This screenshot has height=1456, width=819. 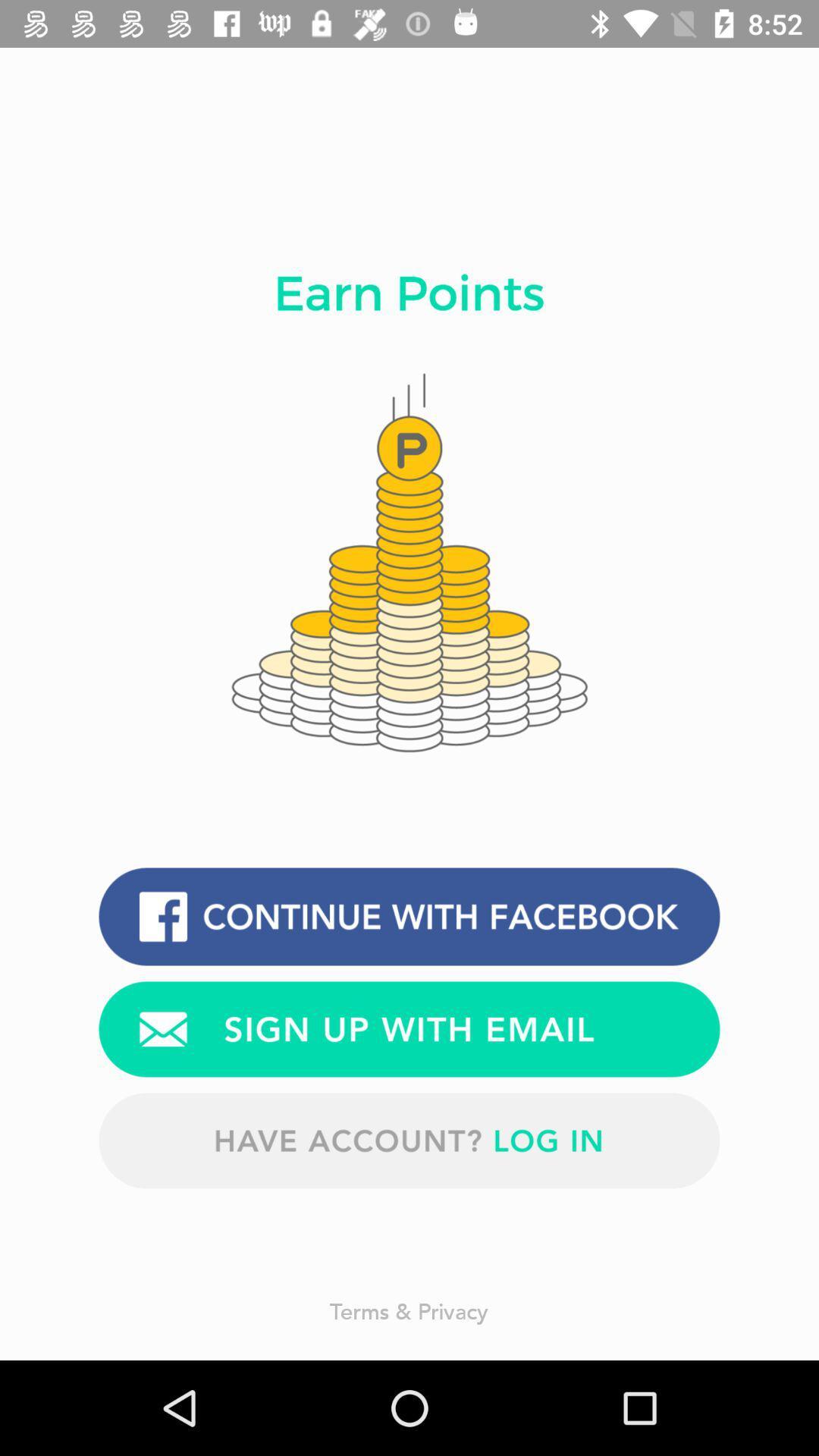 I want to click on terms & privacy item, so click(x=408, y=1310).